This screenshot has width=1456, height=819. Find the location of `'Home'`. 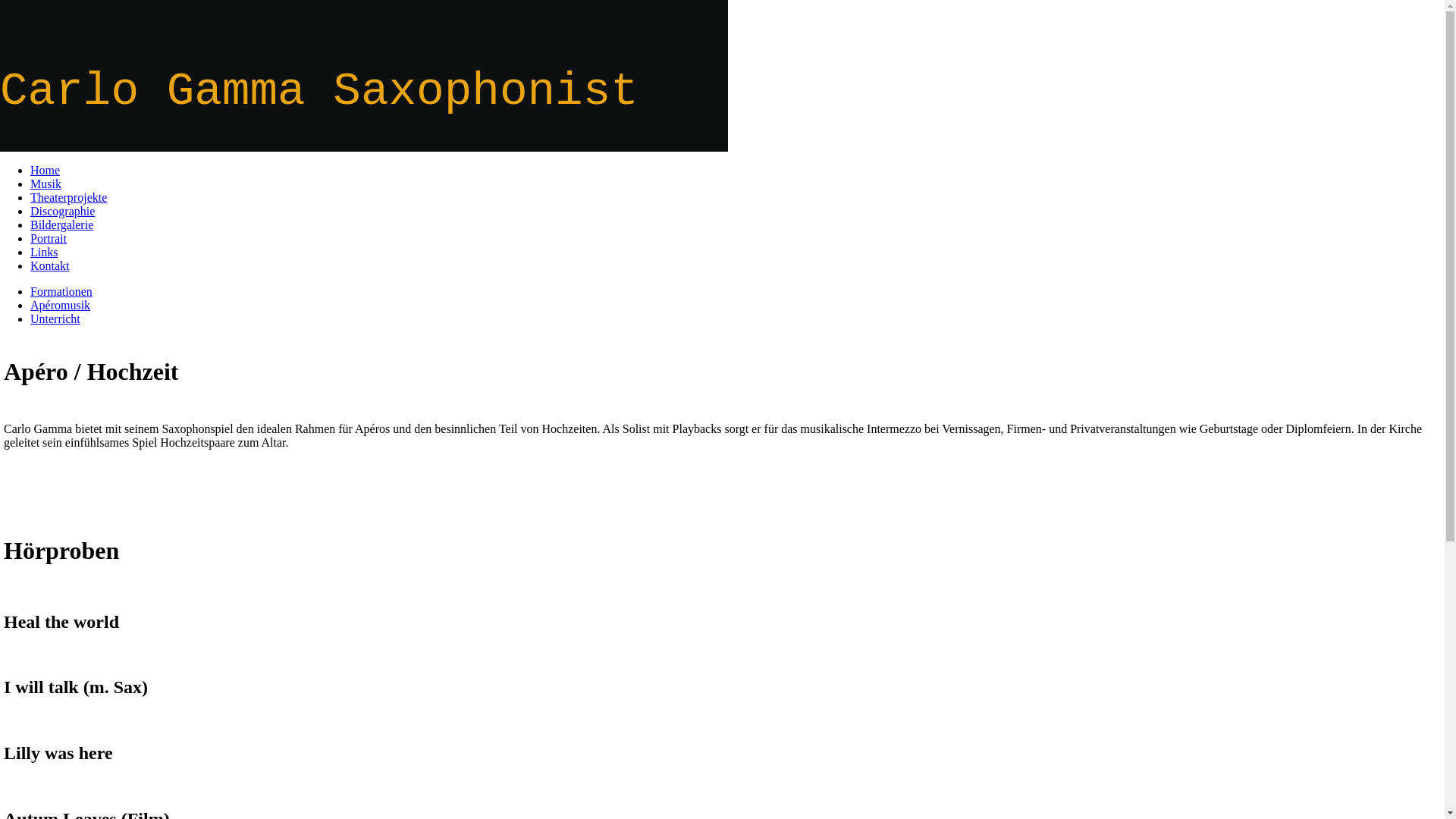

'Home' is located at coordinates (45, 170).